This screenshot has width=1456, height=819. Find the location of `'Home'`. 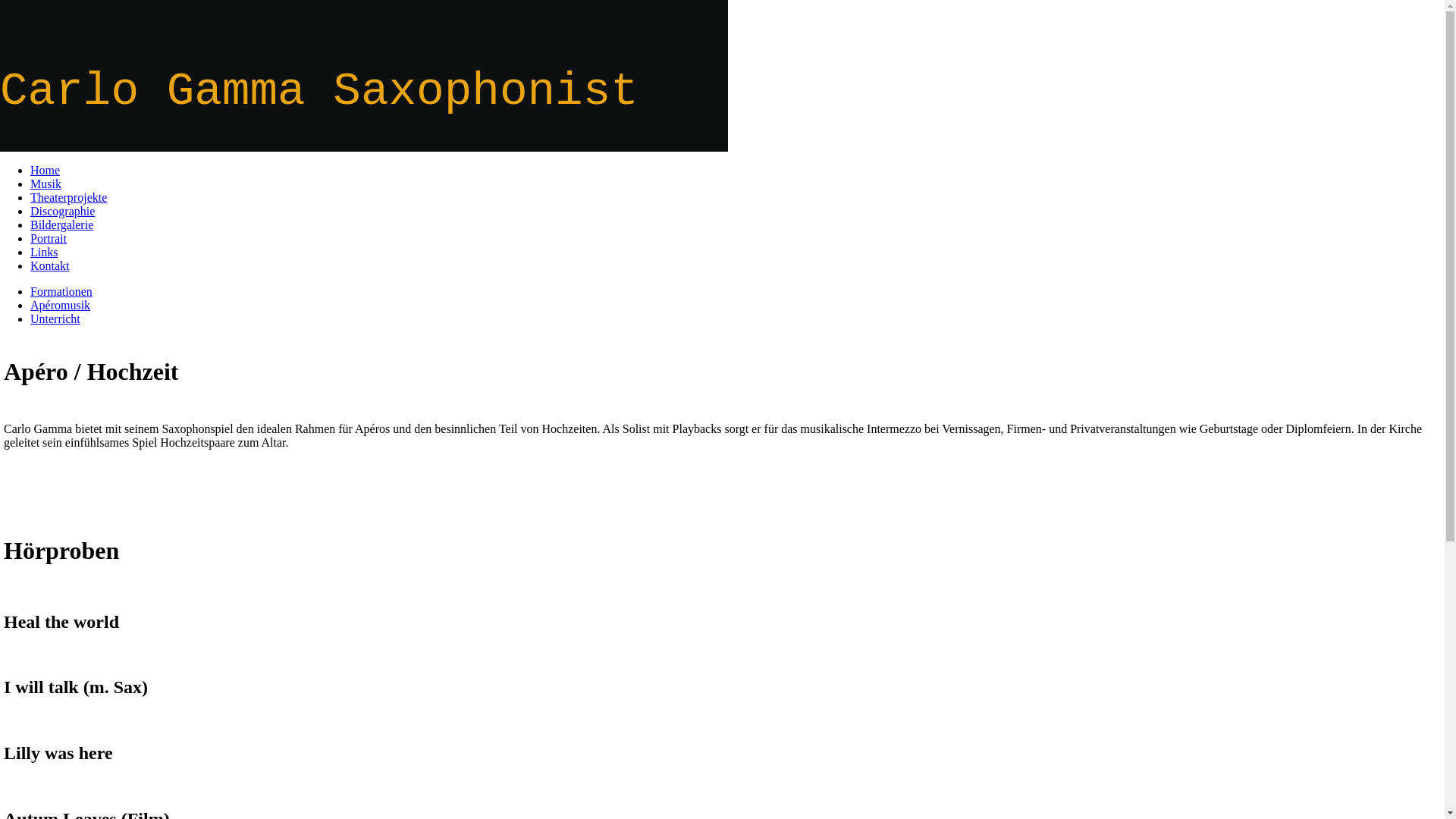

'Home' is located at coordinates (45, 170).